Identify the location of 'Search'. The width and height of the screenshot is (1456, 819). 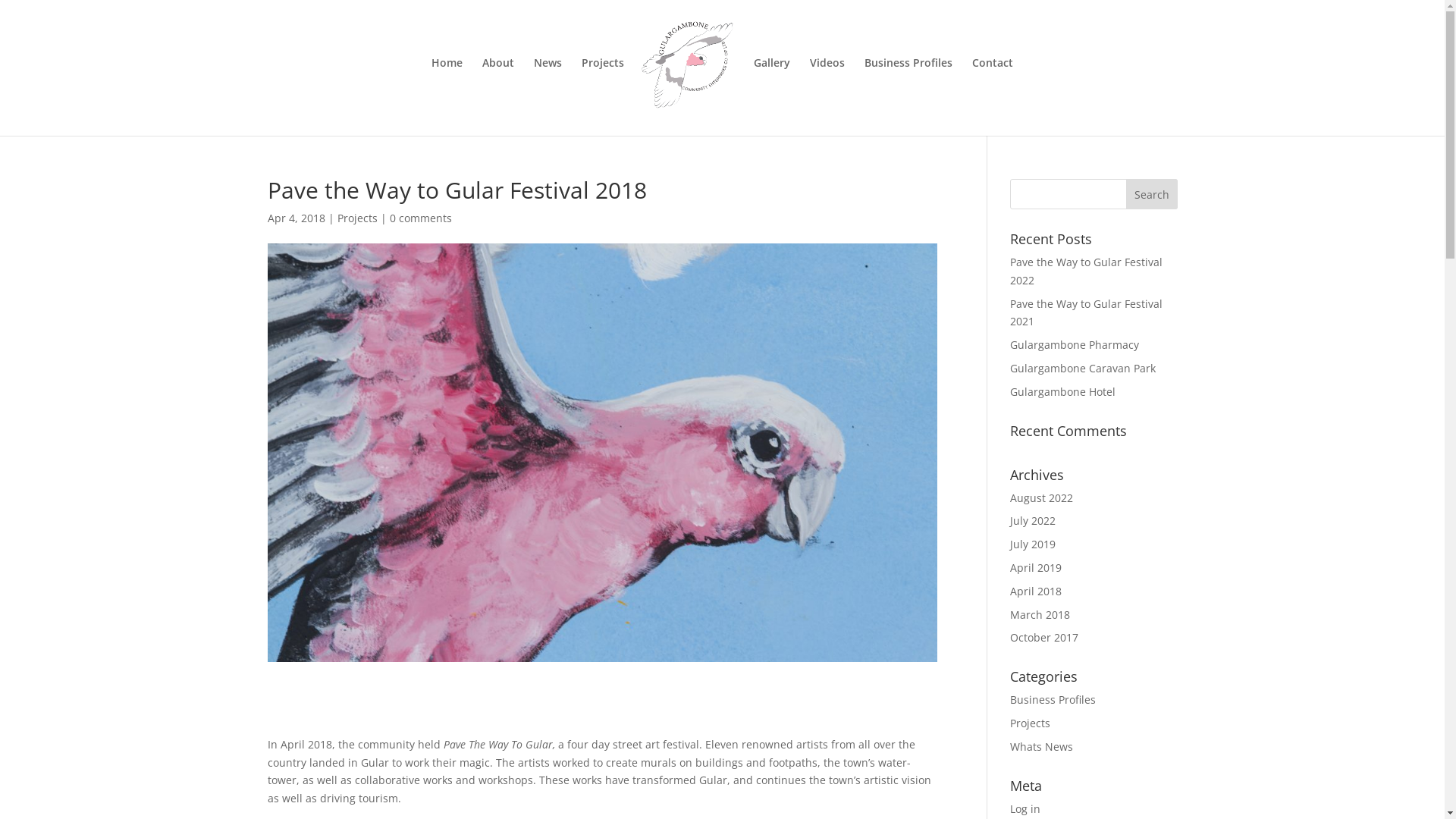
(1151, 193).